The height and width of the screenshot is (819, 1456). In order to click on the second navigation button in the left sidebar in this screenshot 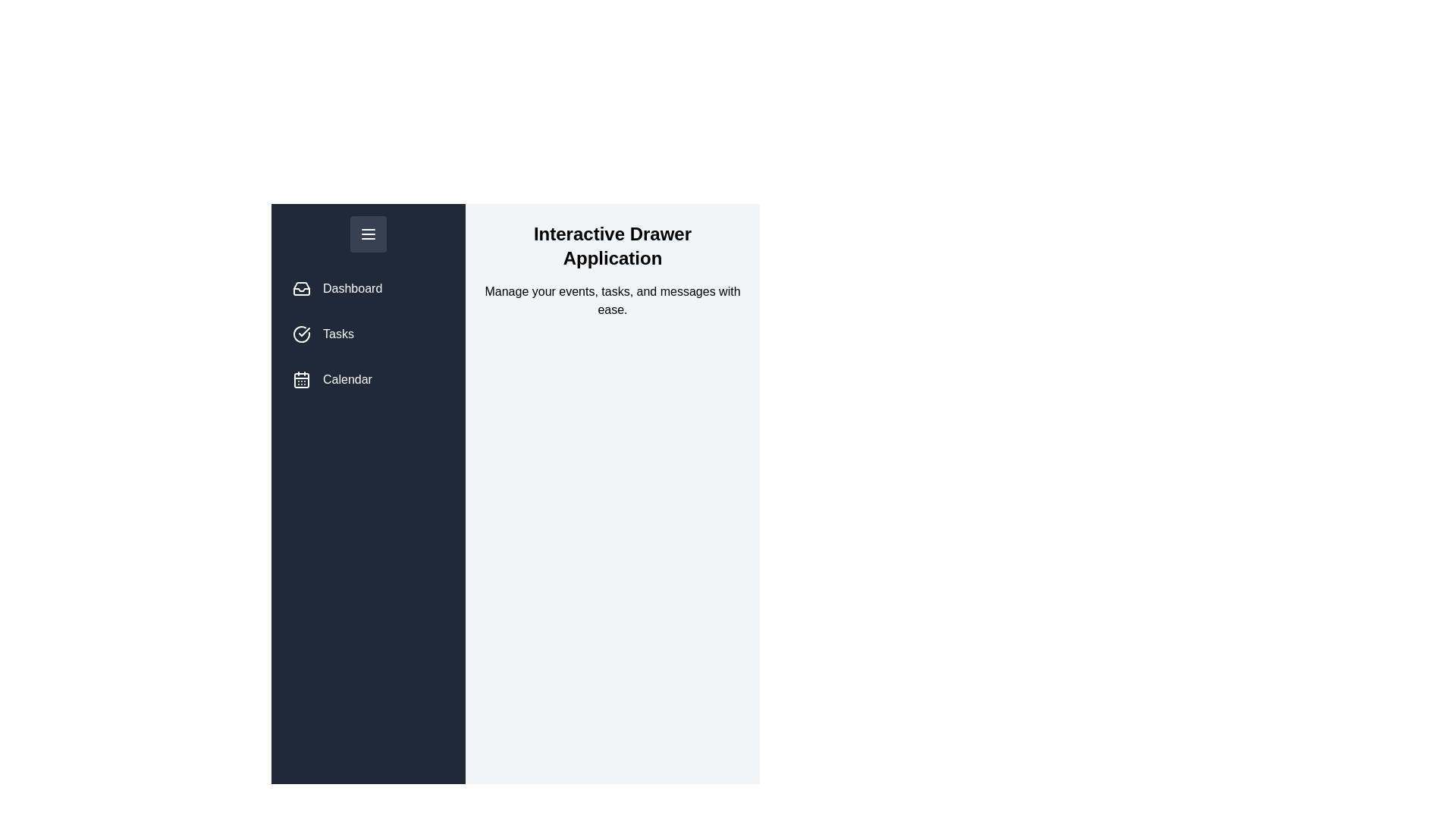, I will do `click(368, 333)`.